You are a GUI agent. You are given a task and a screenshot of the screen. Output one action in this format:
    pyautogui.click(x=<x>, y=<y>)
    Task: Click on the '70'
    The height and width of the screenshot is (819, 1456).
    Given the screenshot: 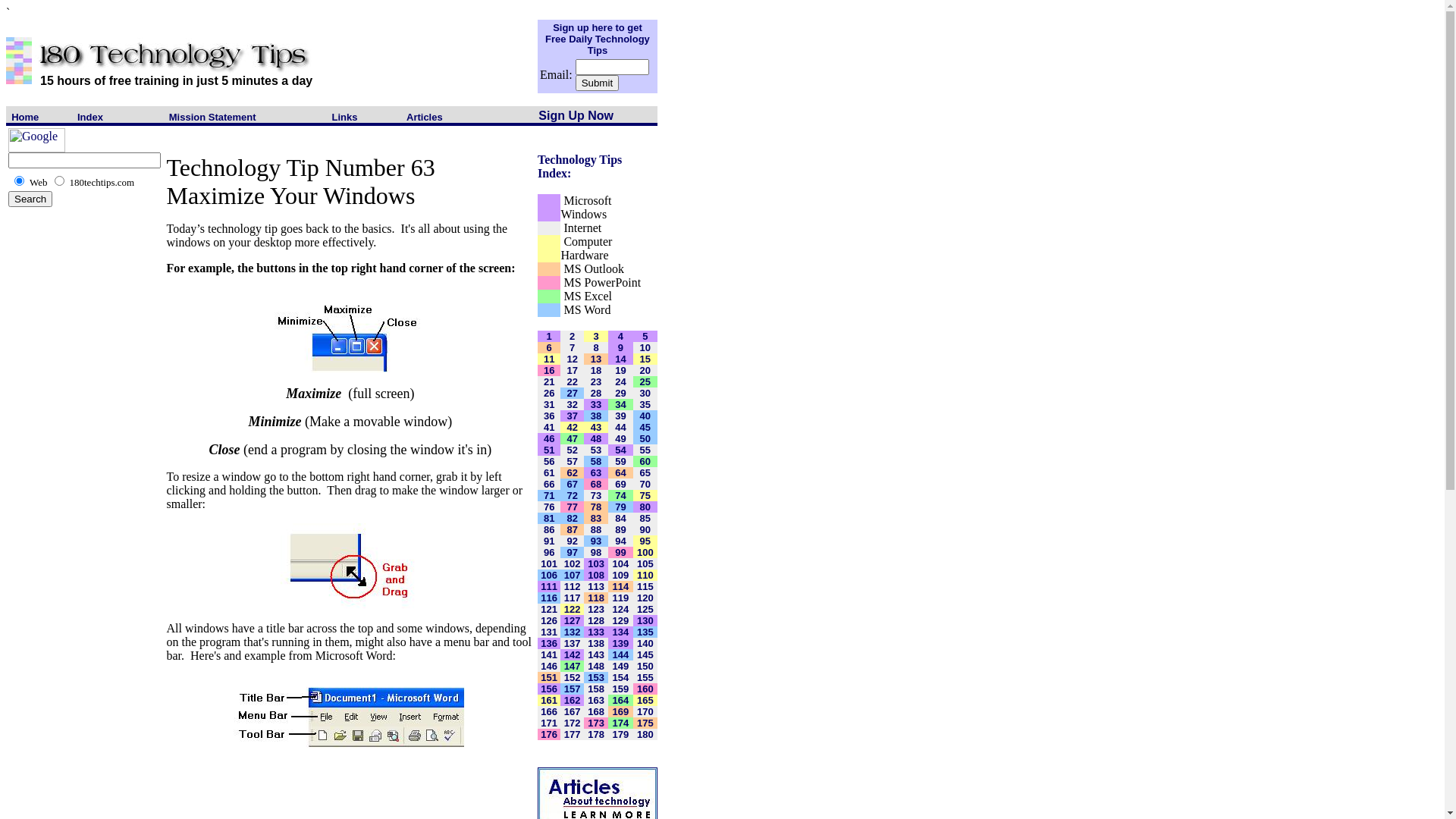 What is the action you would take?
    pyautogui.click(x=645, y=484)
    